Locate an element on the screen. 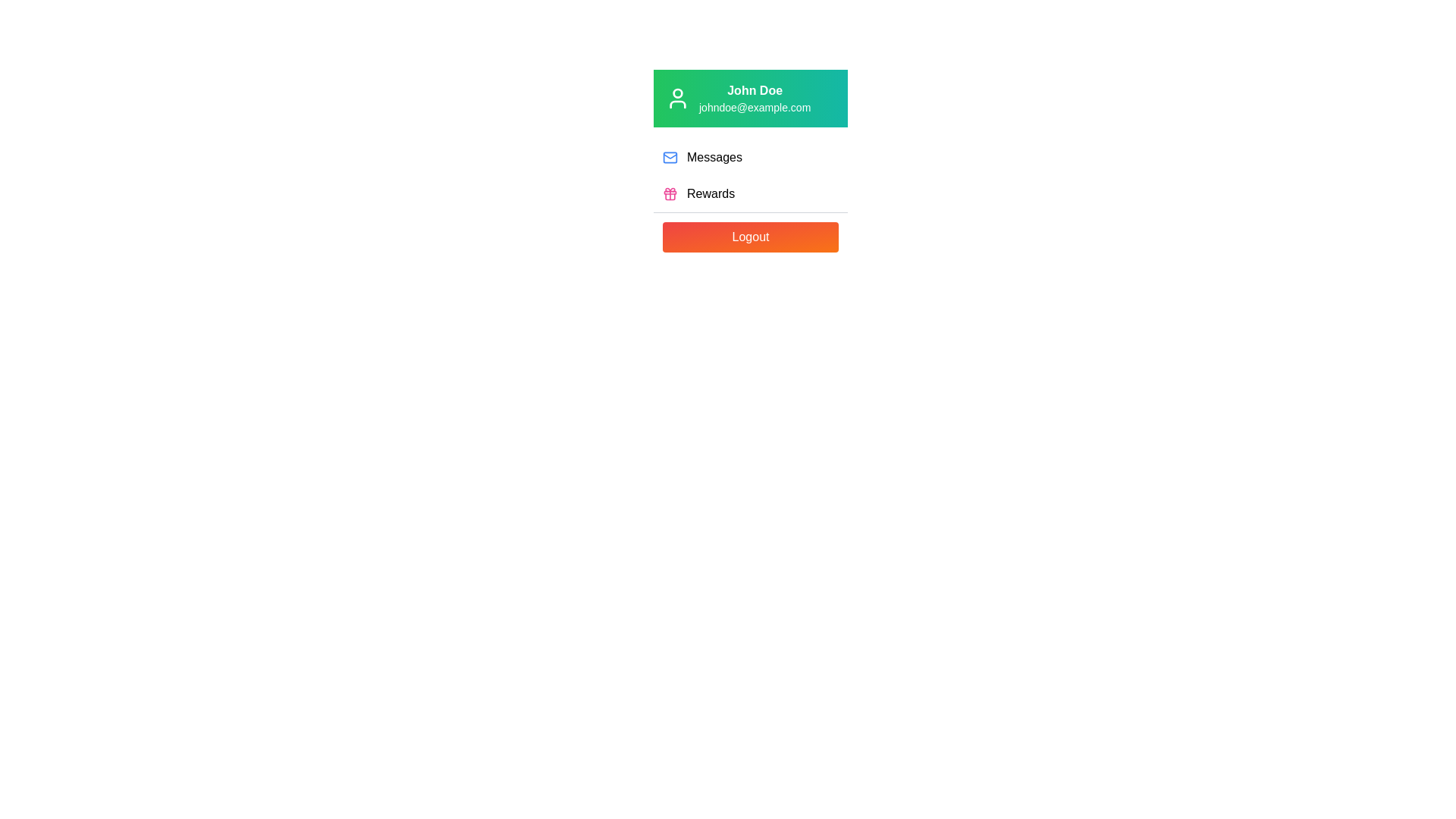 This screenshot has width=1456, height=819. the close button located at the top-left corner of the user profile card for 'John Doe' is located at coordinates (686, 96).